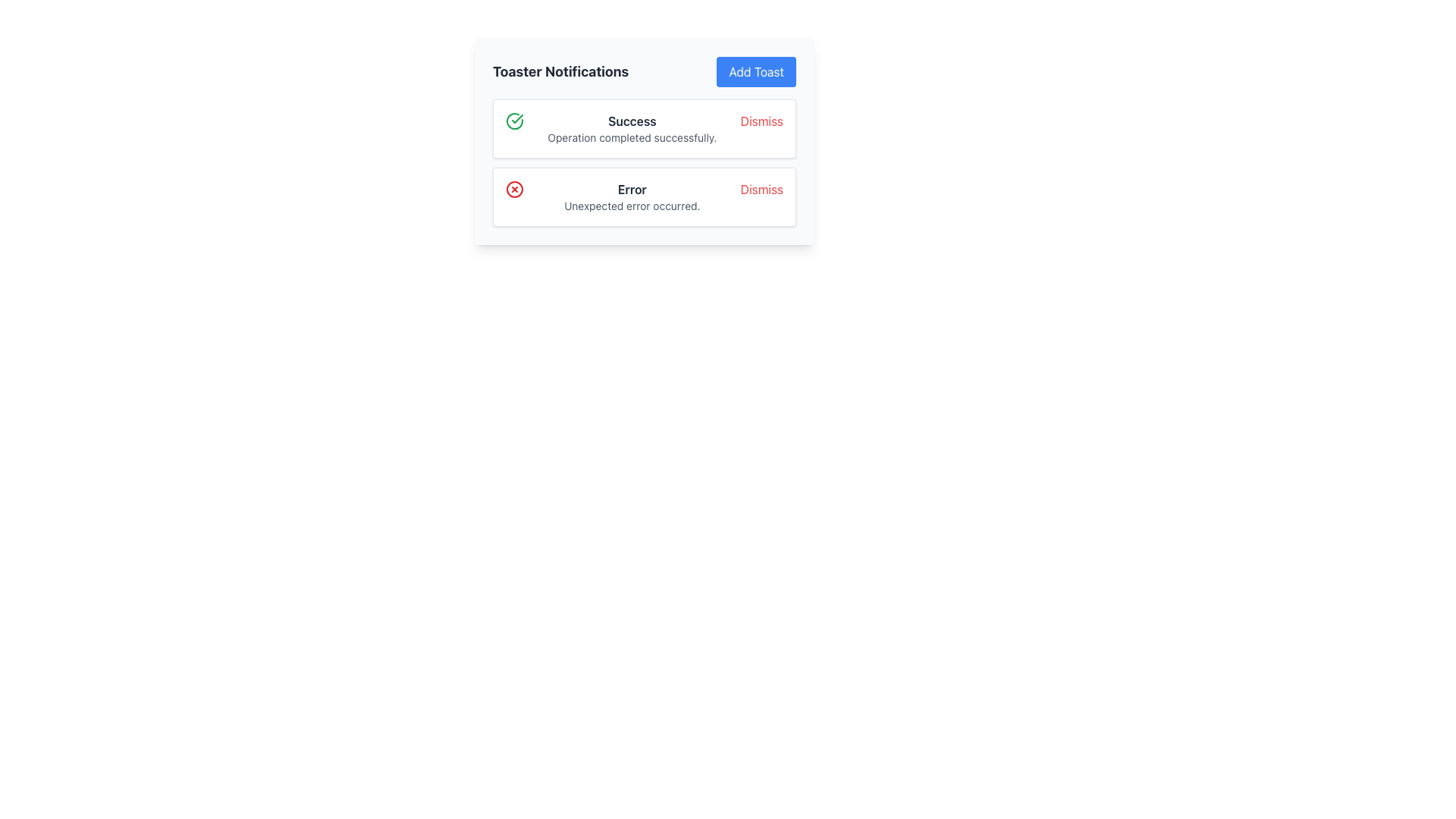  Describe the element at coordinates (644, 127) in the screenshot. I see `the first Notification Card located in the notification panel below the heading 'Toaster Notifications'` at that location.